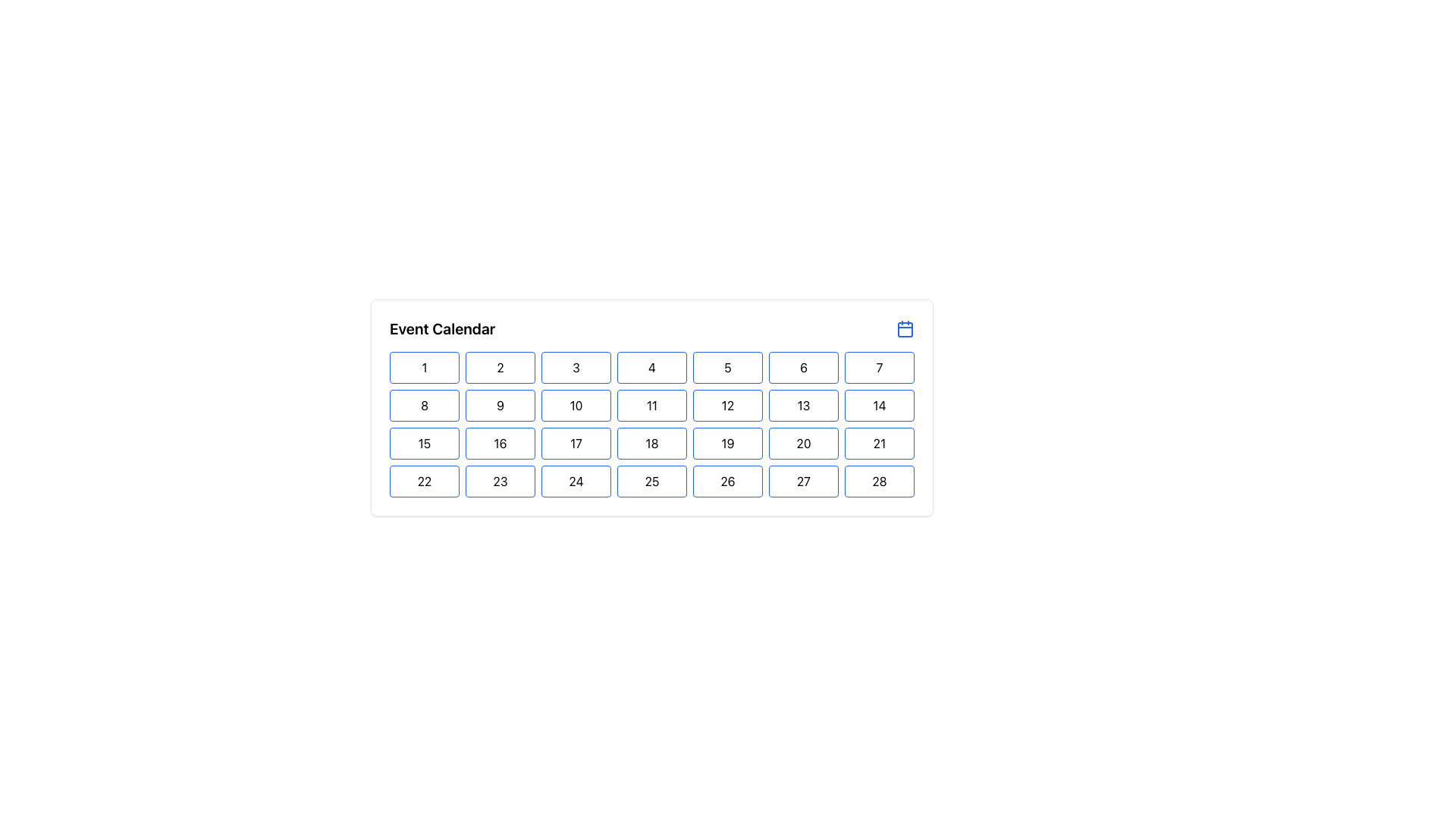 The image size is (1456, 819). Describe the element at coordinates (651, 442) in the screenshot. I see `the days in the Calendar Panel, which is a rectangular content panel styled with a white background and blue borders, located below the label 'Event Calendar'` at that location.